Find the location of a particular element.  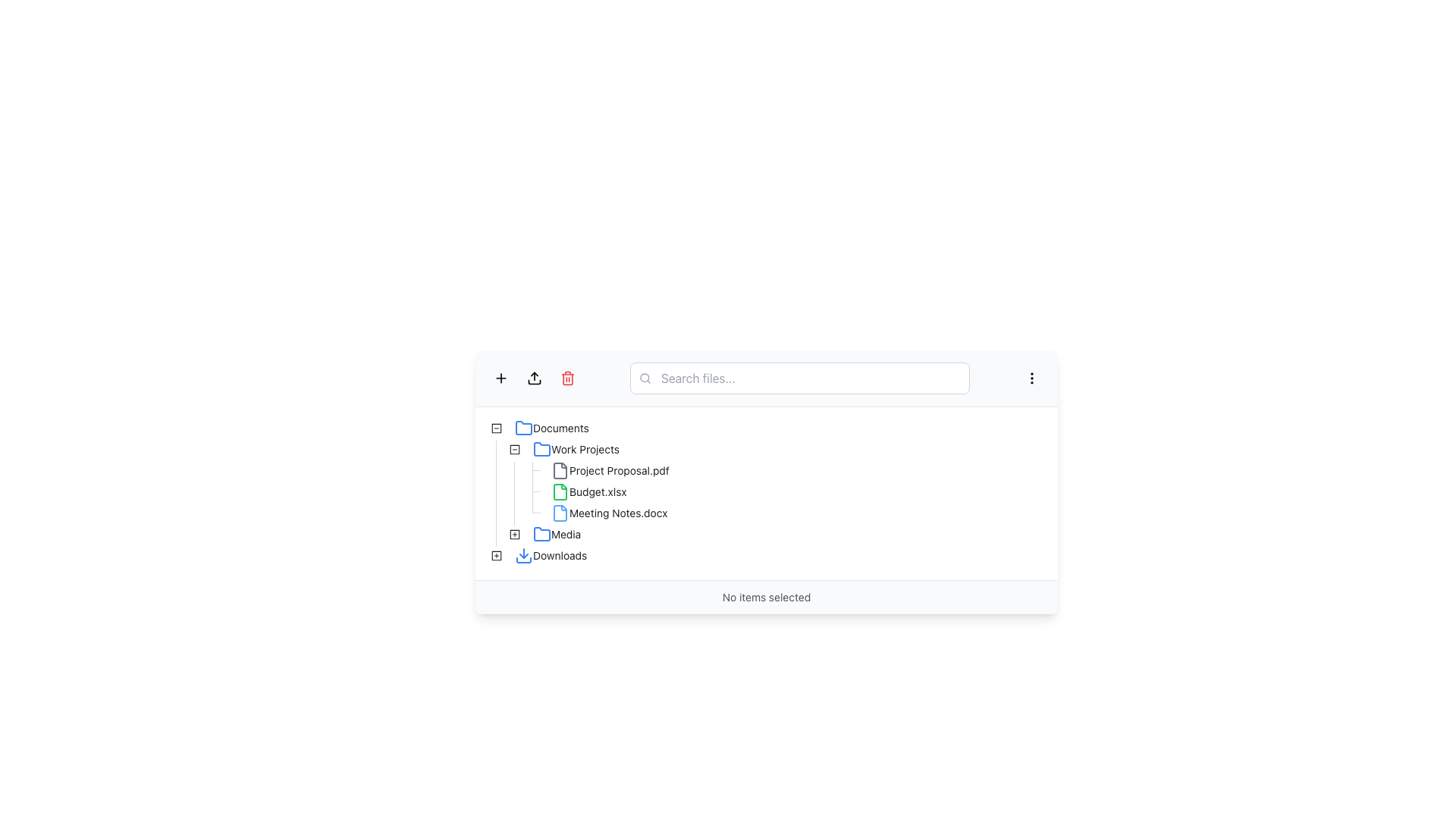

the indentation unit in the tree hierarchy, which is a small vertical rectangle under the 'Work Projects' folder, representing a level of indentation is located at coordinates (514, 470).